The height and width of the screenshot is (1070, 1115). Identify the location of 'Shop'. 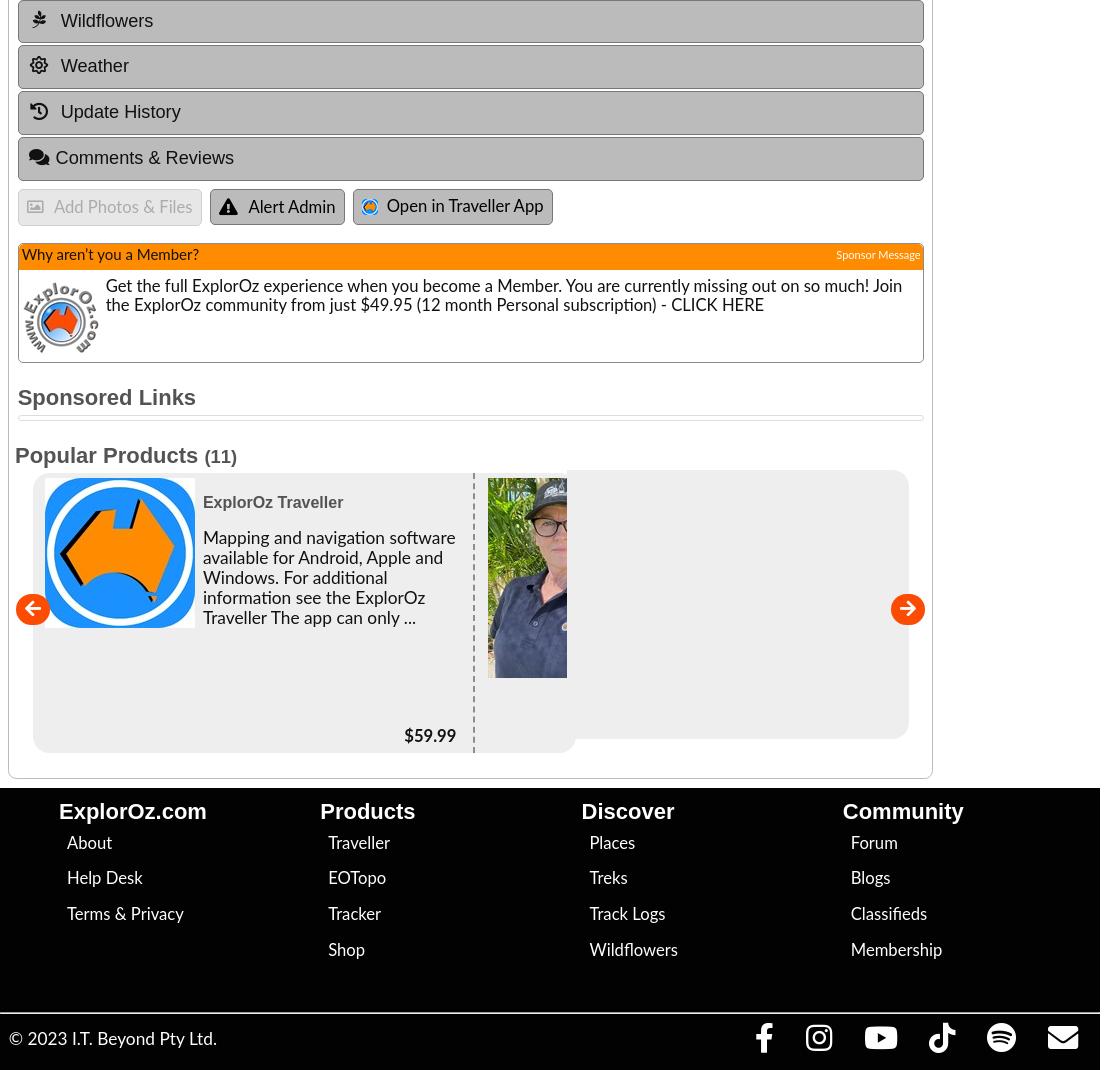
(328, 949).